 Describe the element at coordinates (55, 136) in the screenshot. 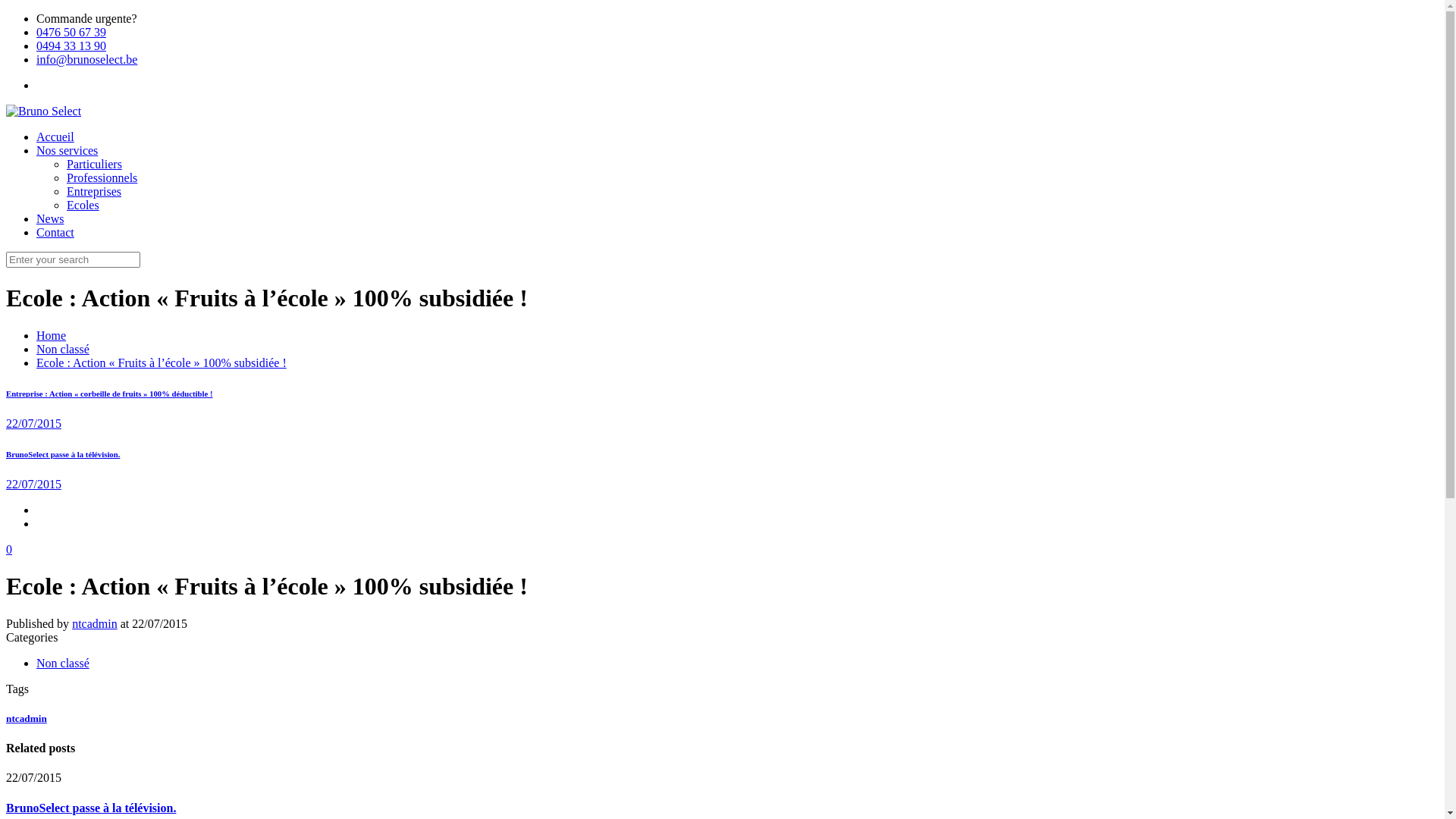

I see `'Accueil'` at that location.